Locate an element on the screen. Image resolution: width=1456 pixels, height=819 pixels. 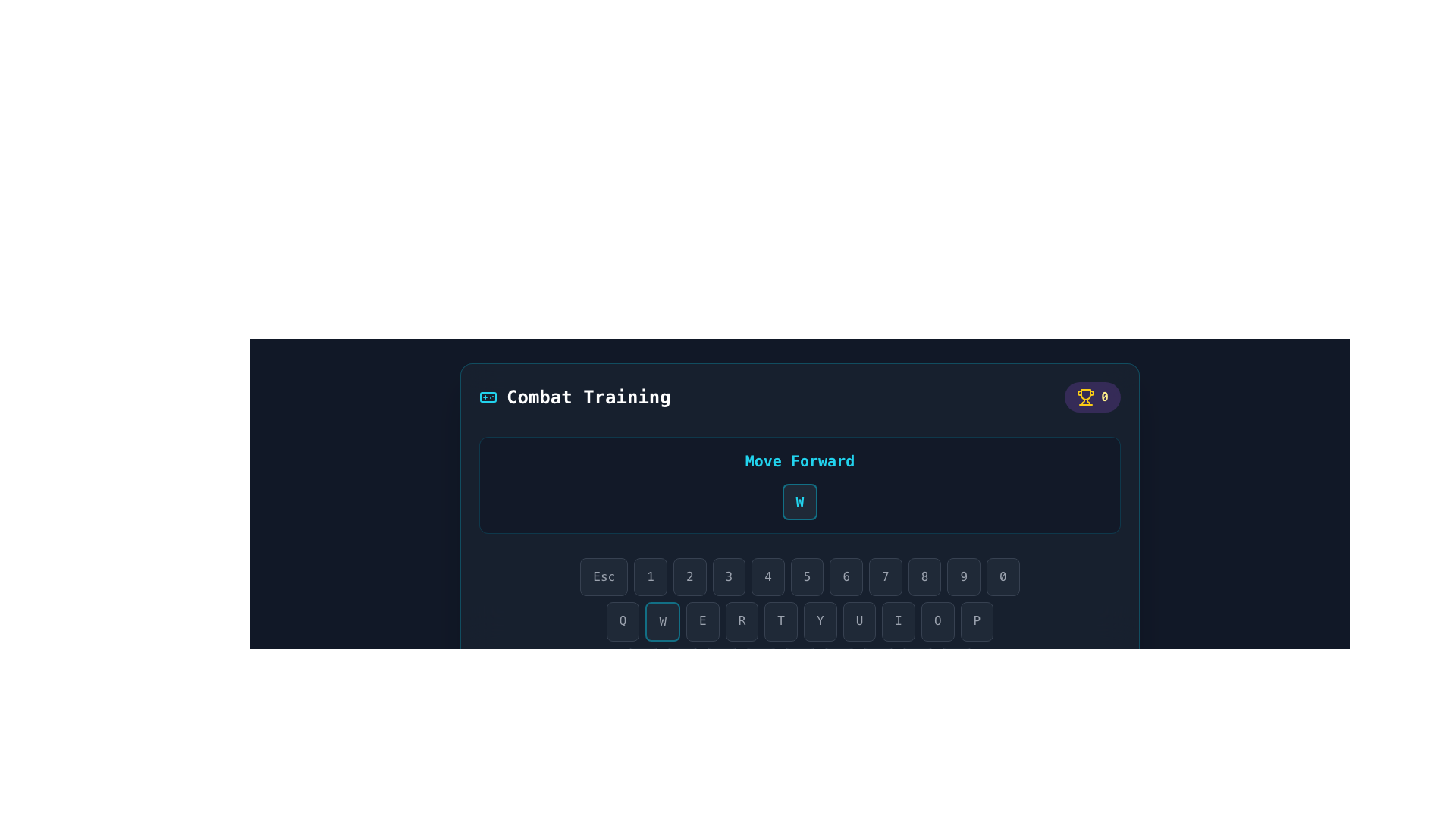
the button resembling the keyboard key labeled 'U', which has a dark gray background and lighter gray text, to simulate a key press is located at coordinates (858, 622).